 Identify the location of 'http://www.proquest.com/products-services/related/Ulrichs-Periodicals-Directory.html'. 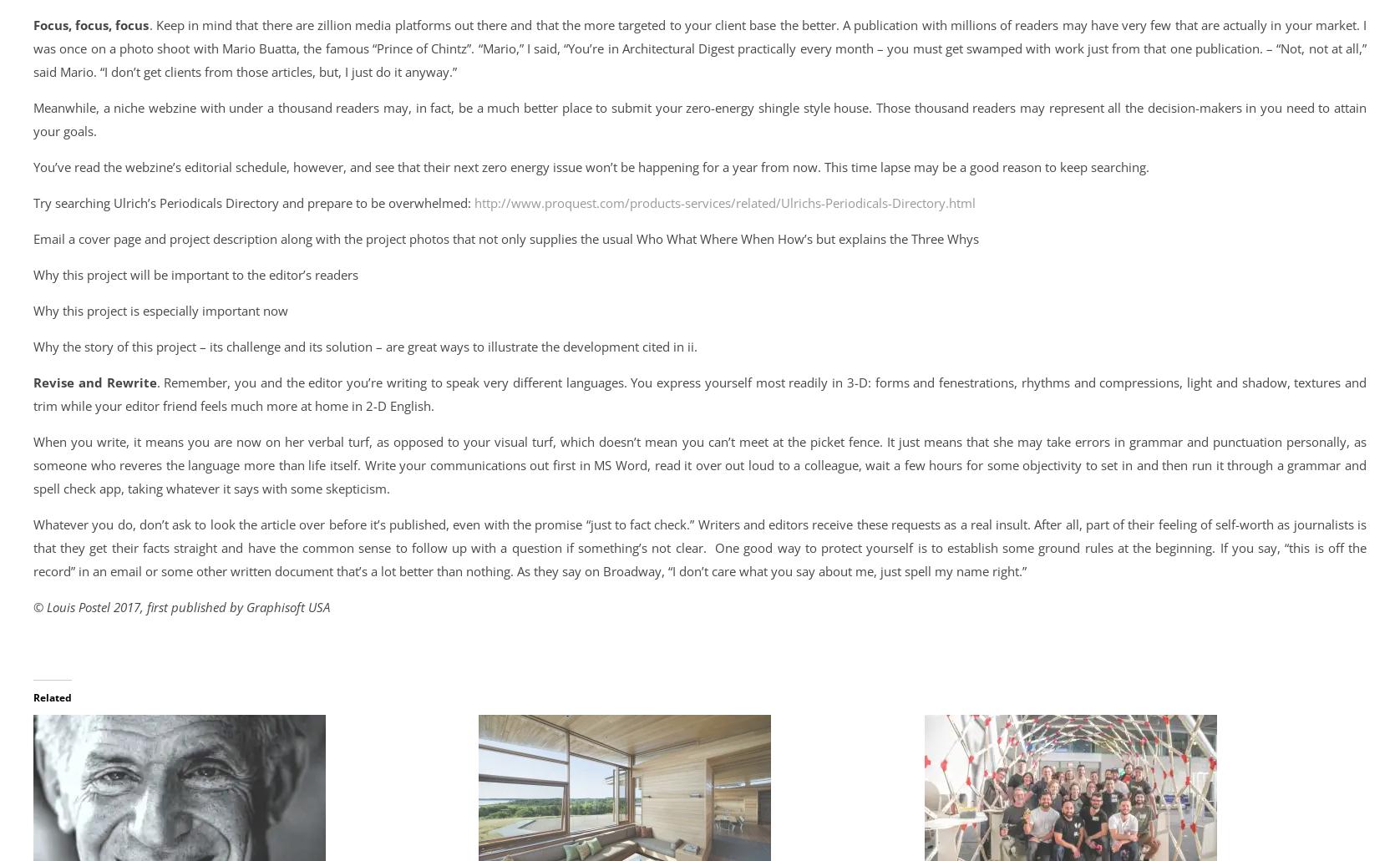
(725, 203).